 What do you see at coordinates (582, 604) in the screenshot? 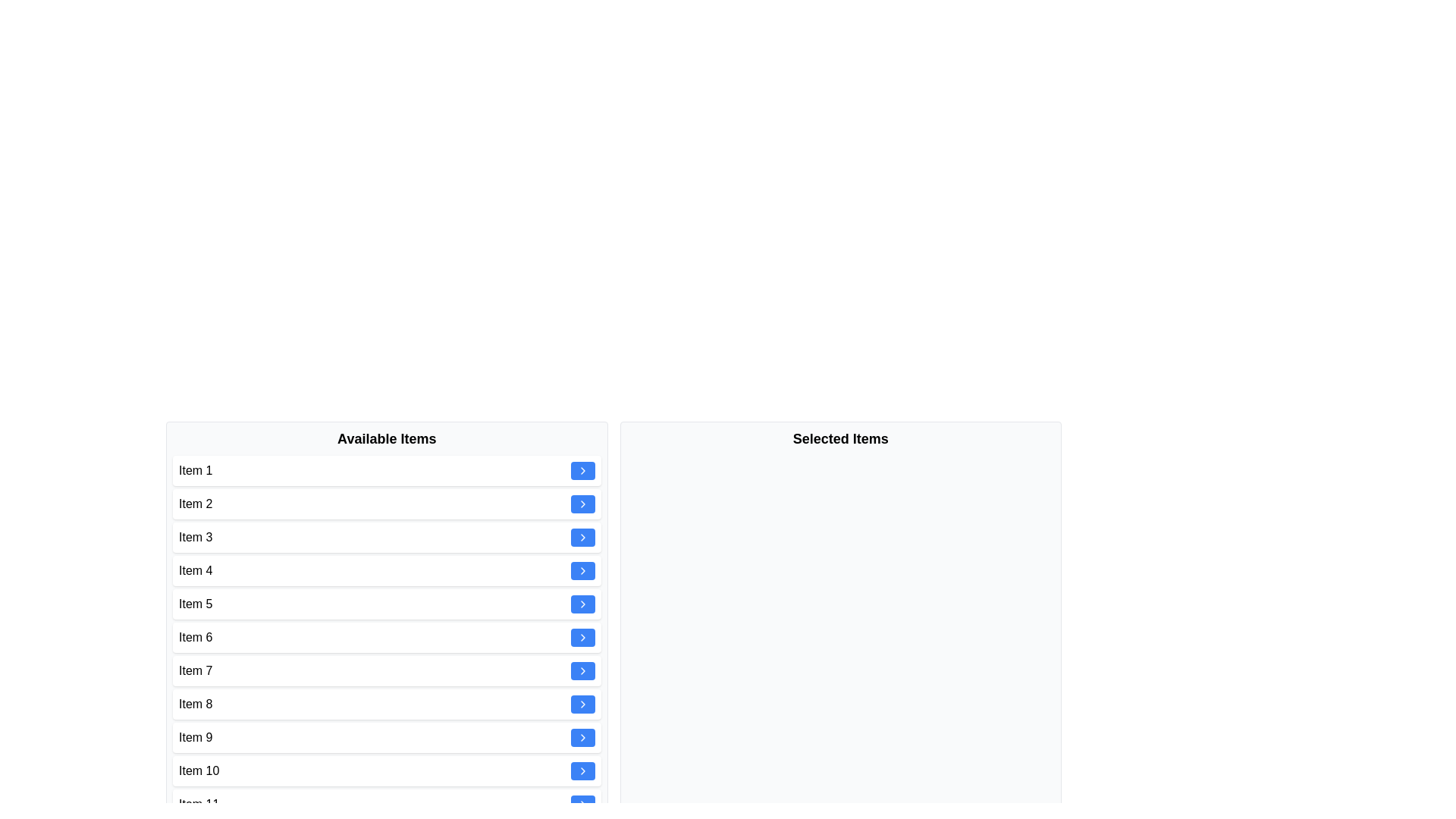
I see `the right-pointing chevron icon within the blue rounded rectangular button for 'Item 10'` at bounding box center [582, 604].